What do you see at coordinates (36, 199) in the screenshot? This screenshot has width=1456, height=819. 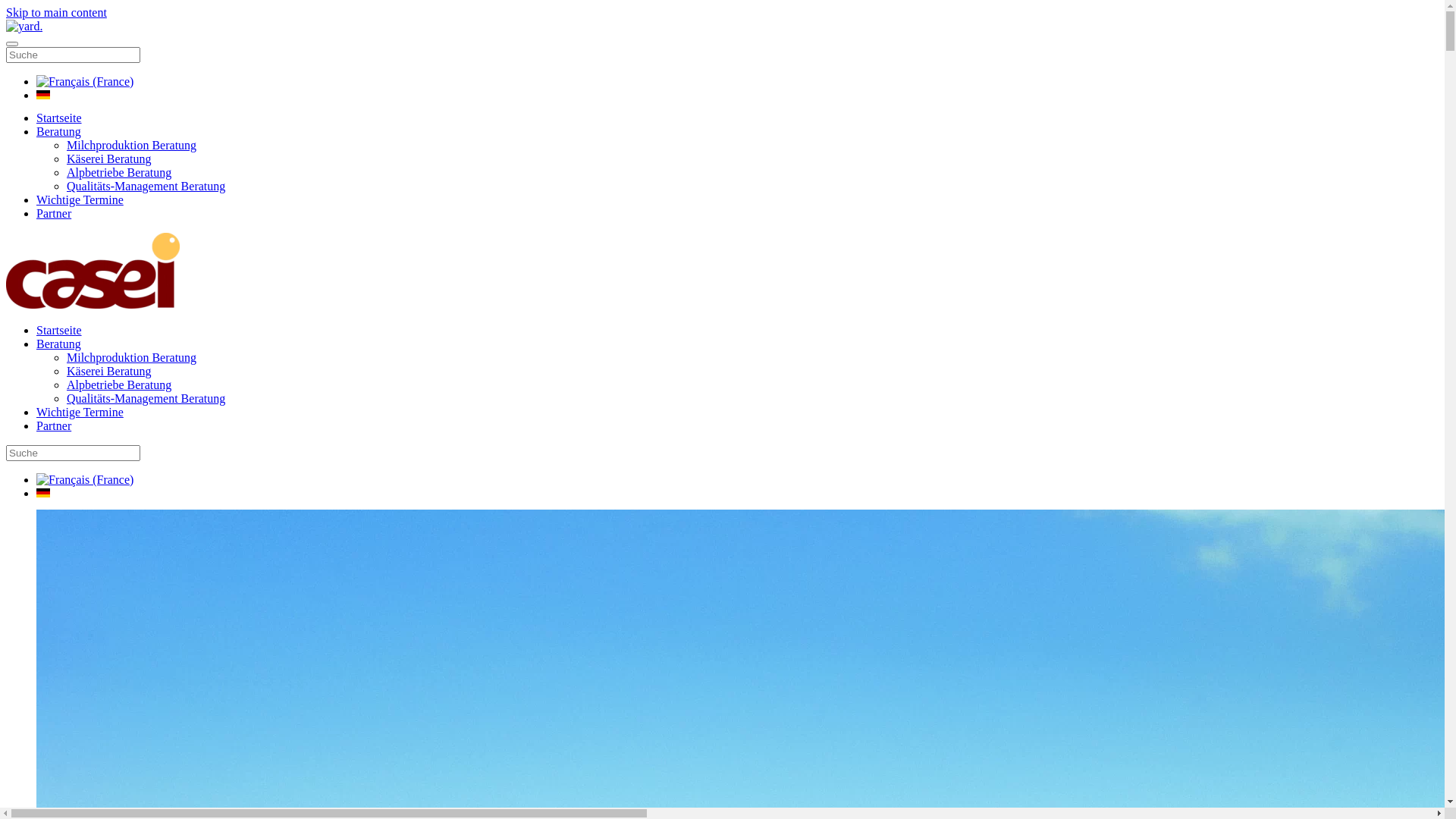 I see `'Wichtige Termine'` at bounding box center [36, 199].